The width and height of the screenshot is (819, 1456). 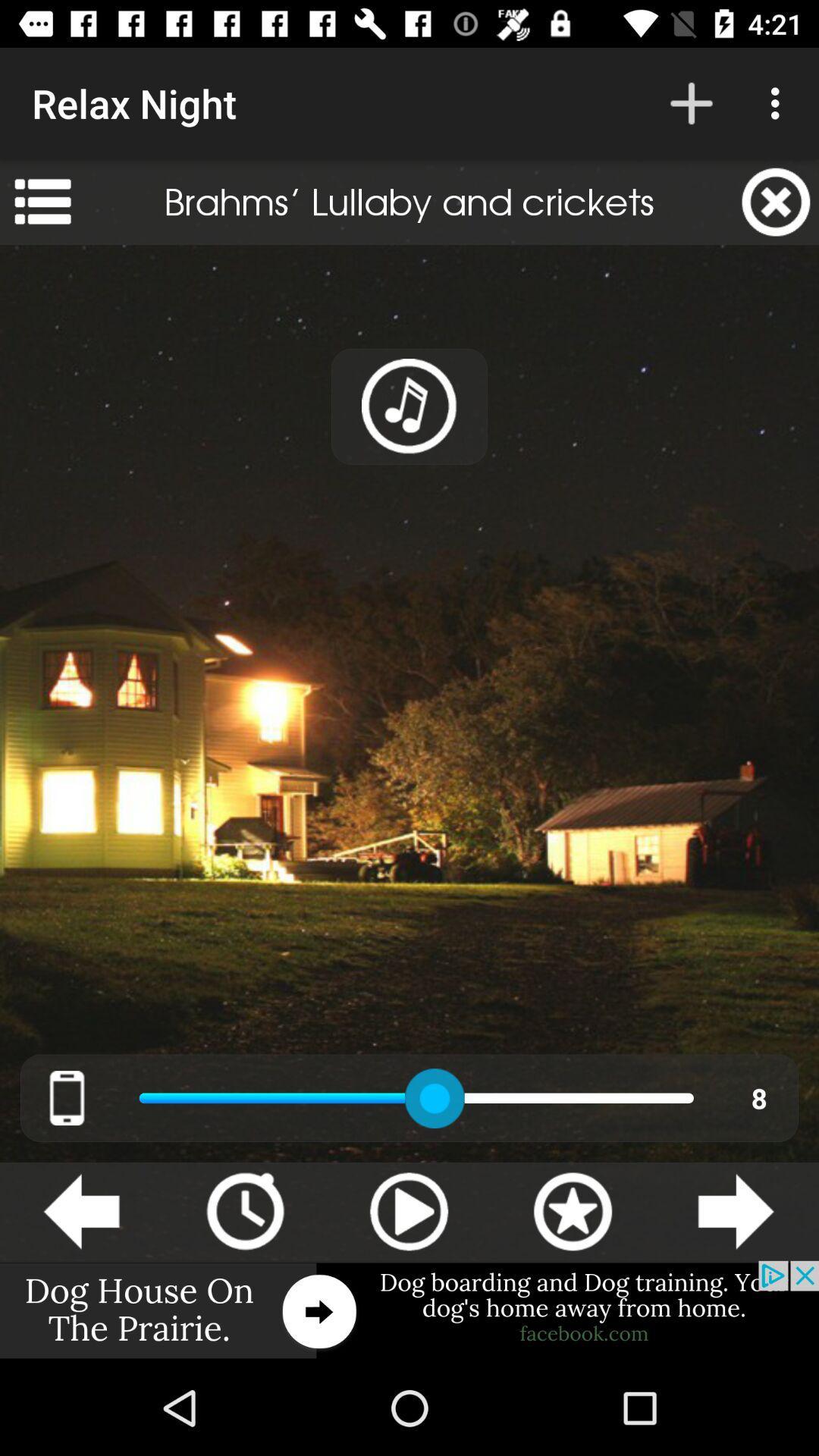 I want to click on favorite icon, so click(x=573, y=1211).